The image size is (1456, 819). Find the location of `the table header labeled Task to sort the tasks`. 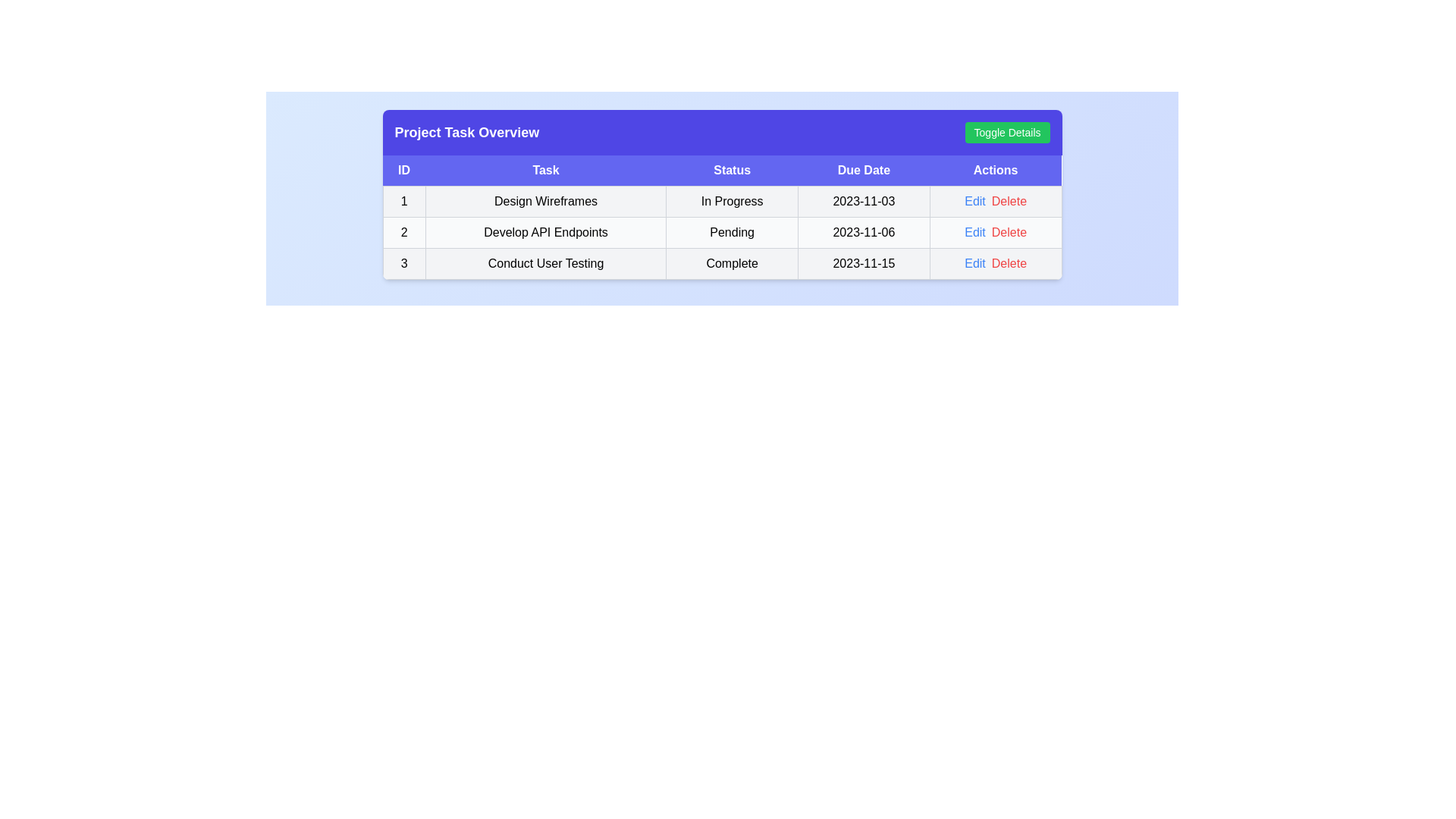

the table header labeled Task to sort the tasks is located at coordinates (546, 171).